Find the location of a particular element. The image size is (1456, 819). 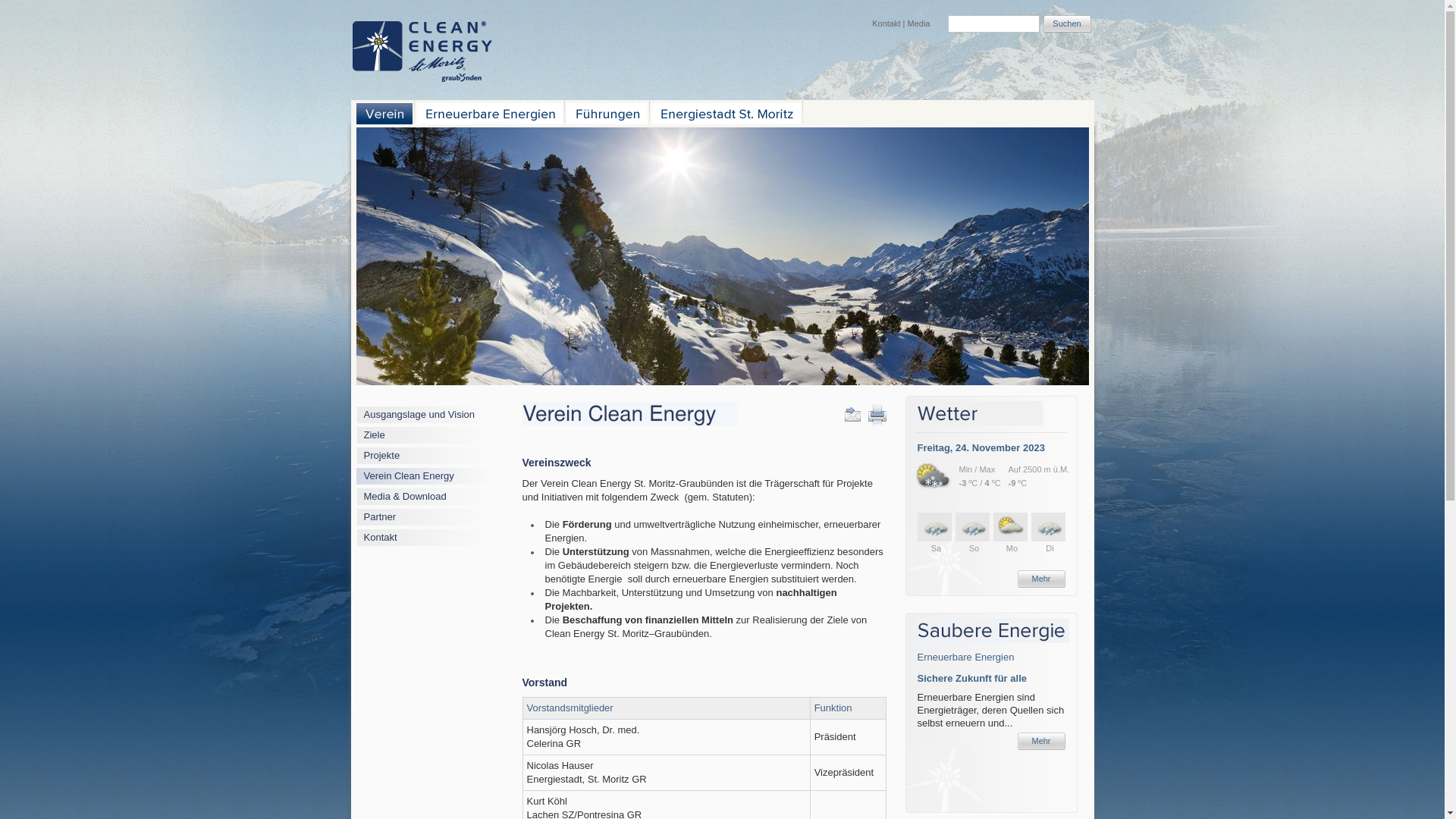

'Energiestadt St. Moritz' is located at coordinates (724, 113).